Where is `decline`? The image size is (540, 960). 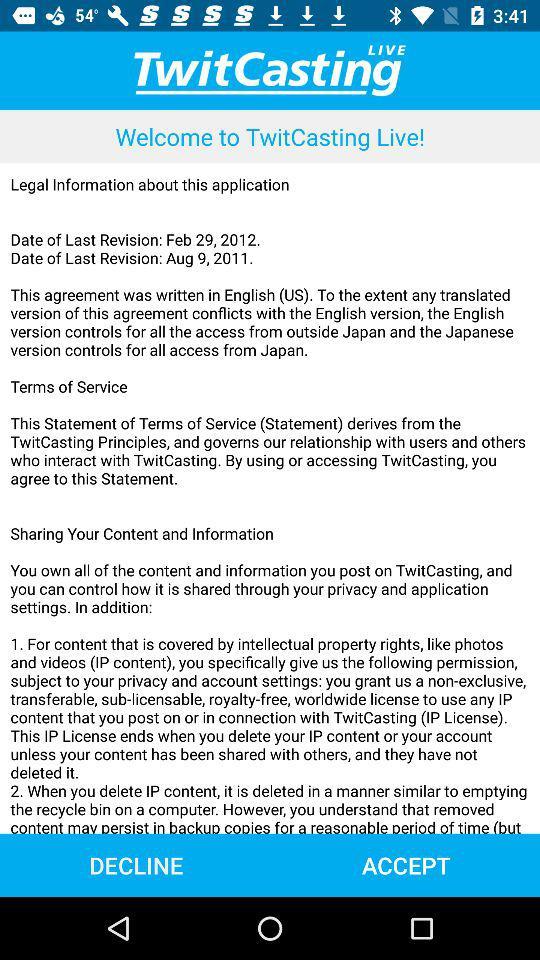 decline is located at coordinates (135, 864).